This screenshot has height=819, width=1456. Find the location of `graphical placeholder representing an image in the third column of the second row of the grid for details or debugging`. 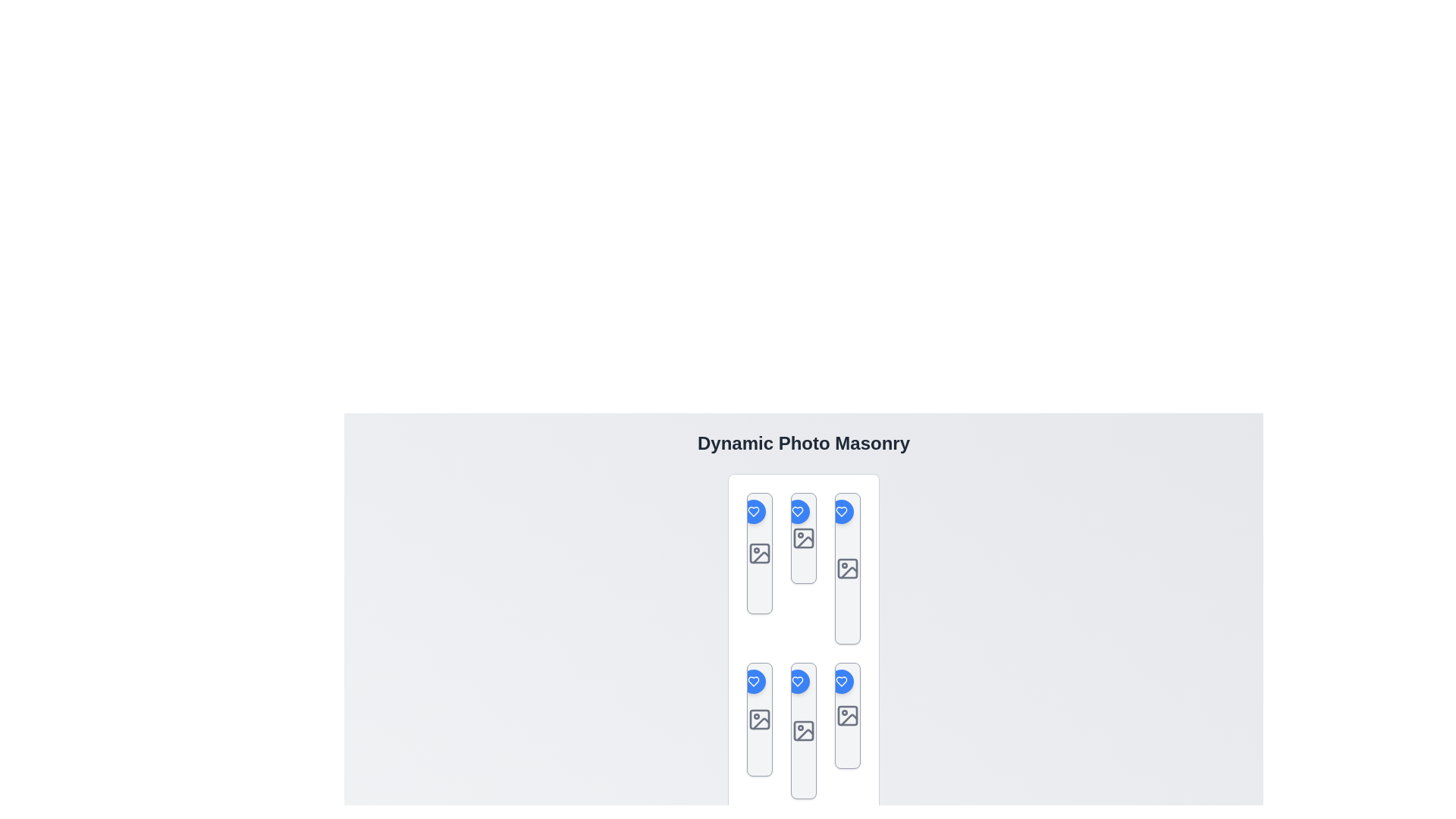

graphical placeholder representing an image in the third column of the second row of the grid for details or debugging is located at coordinates (847, 568).